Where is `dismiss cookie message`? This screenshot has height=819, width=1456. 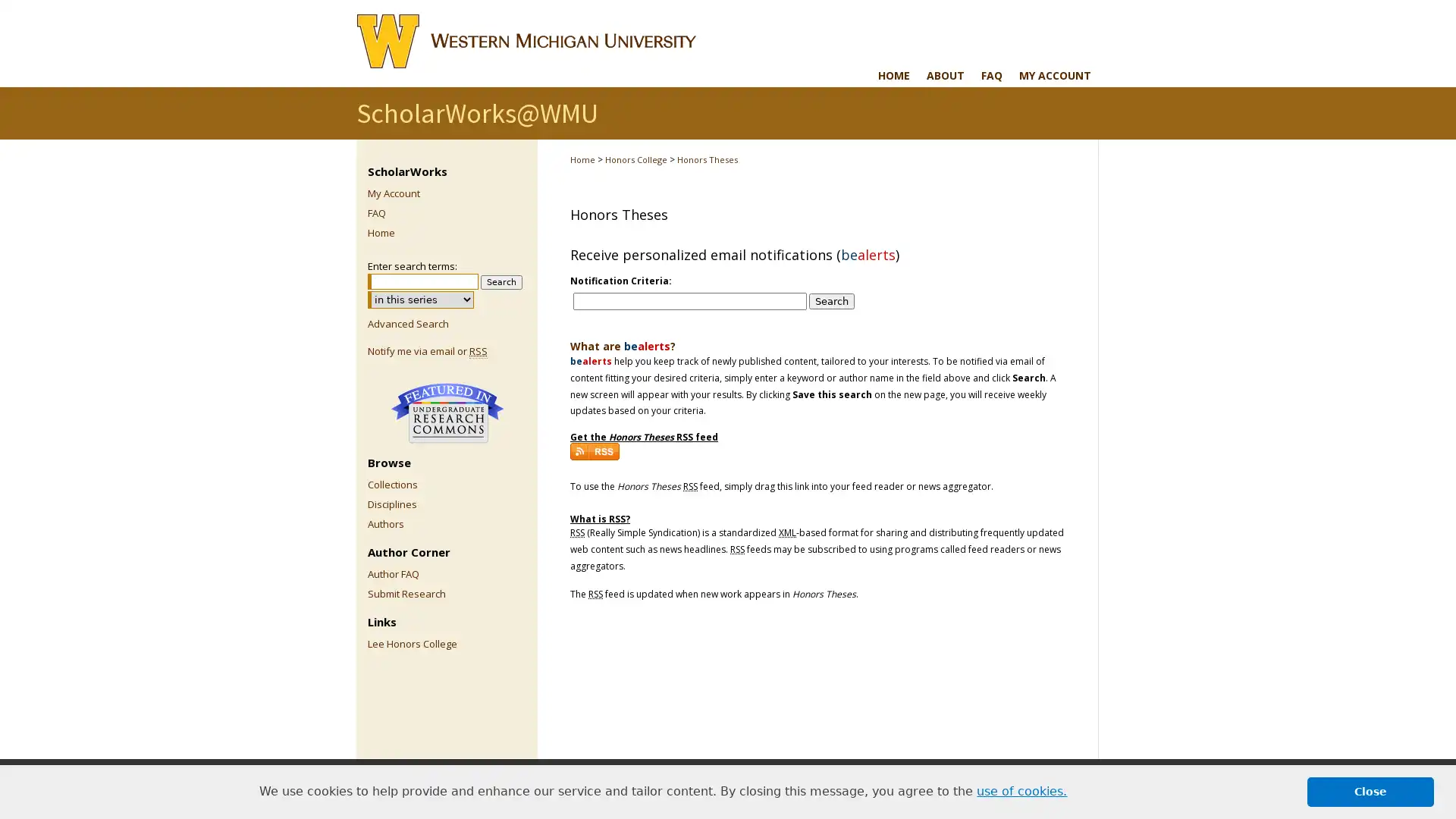
dismiss cookie message is located at coordinates (1370, 791).